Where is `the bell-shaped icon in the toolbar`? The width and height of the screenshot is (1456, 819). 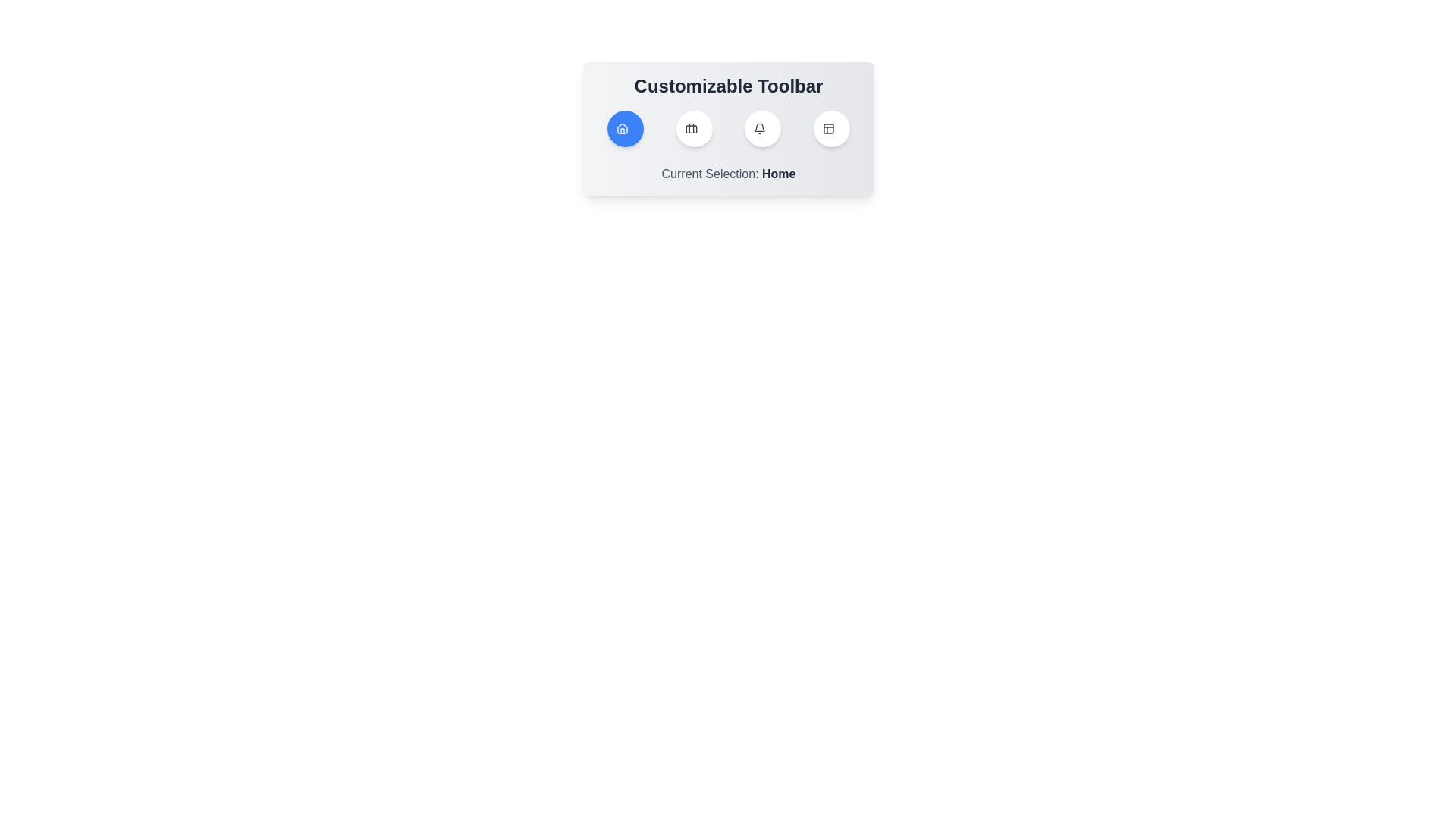
the bell-shaped icon in the toolbar is located at coordinates (760, 127).